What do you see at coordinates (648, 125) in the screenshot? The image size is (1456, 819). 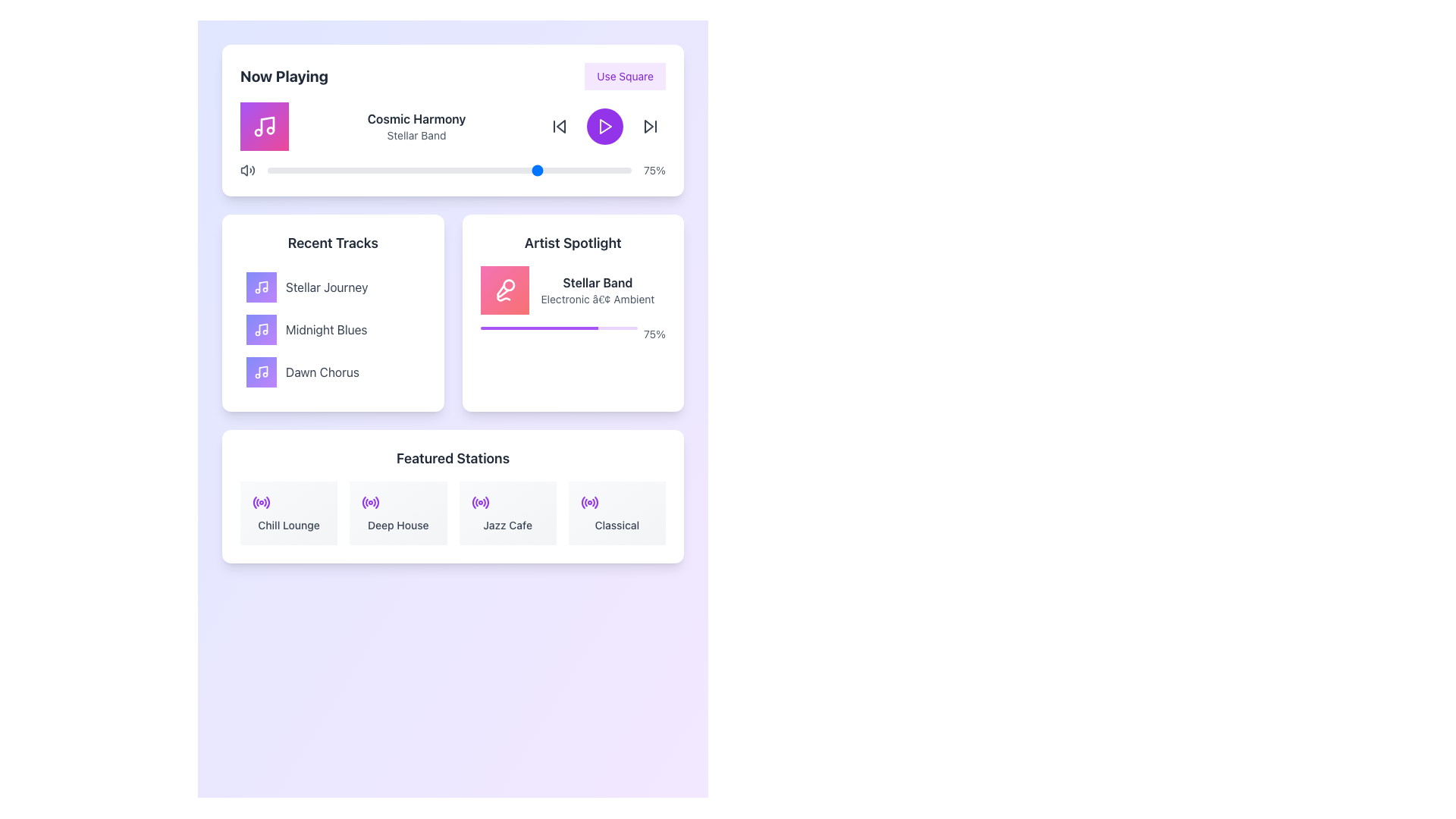 I see `the media playback icon located in the top-right area of the 'Now Playing' panel` at bounding box center [648, 125].